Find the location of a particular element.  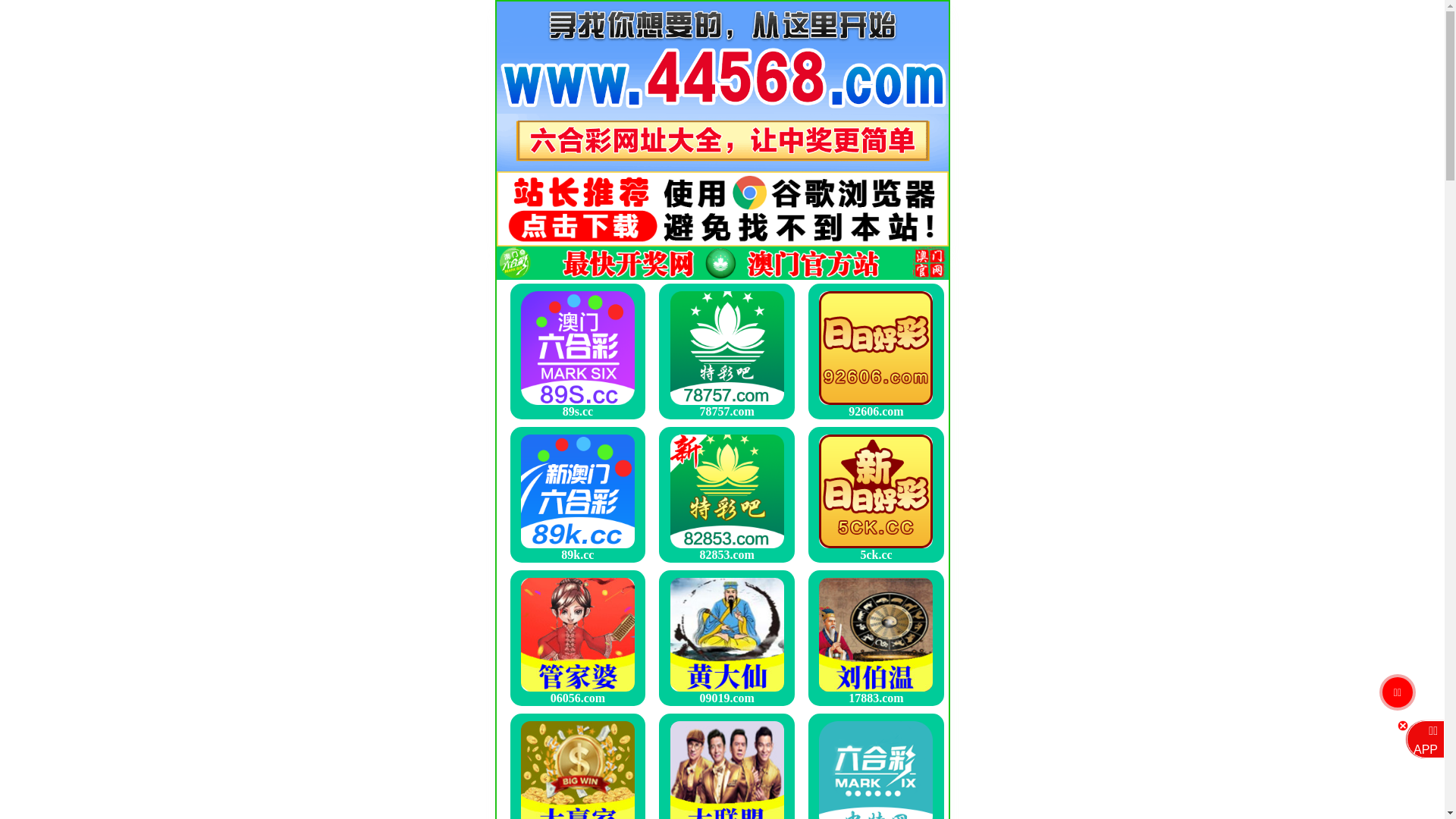

'92606.com' is located at coordinates (876, 350).